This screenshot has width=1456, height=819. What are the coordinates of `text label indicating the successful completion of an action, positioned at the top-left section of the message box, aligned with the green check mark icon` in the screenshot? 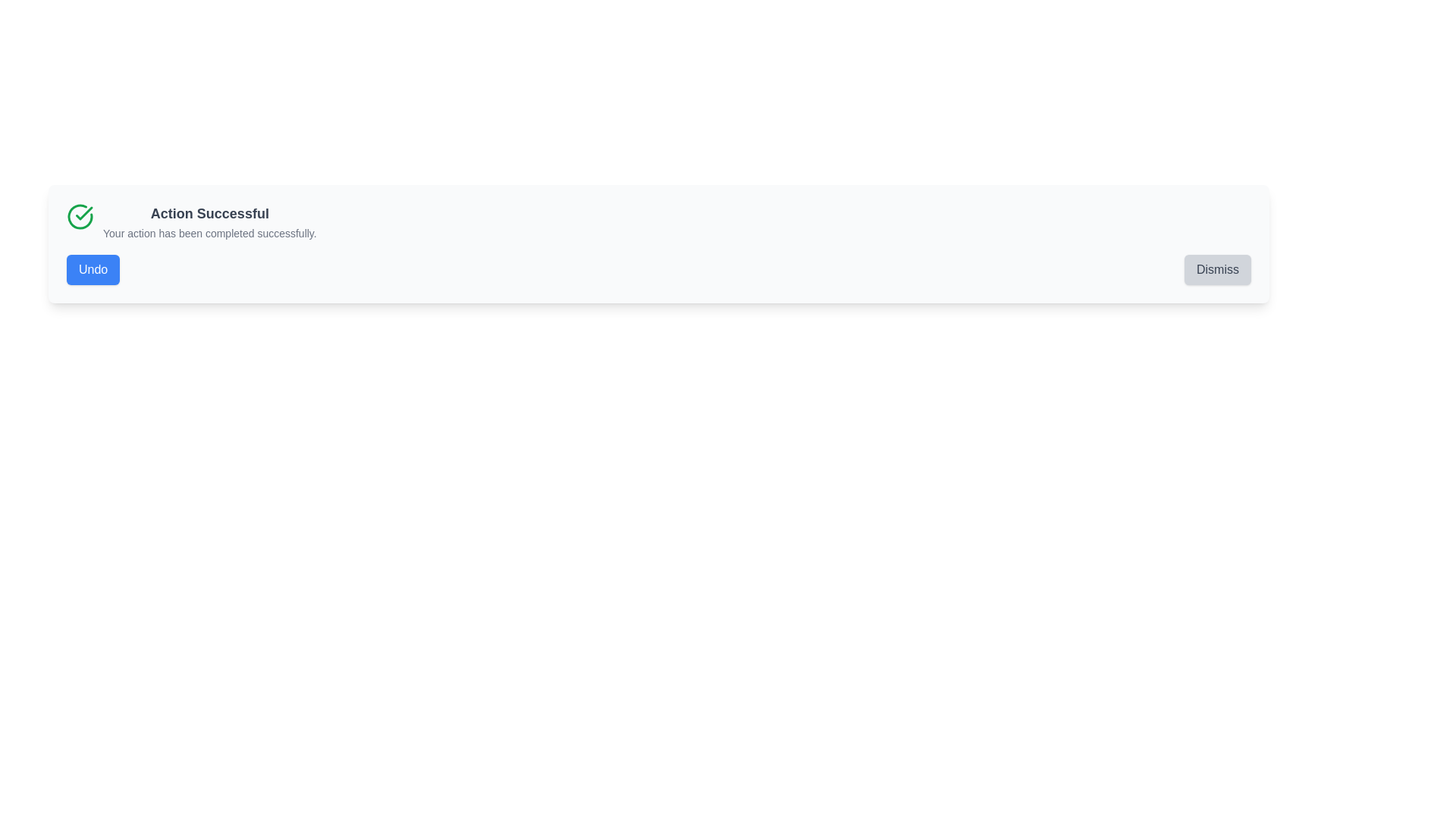 It's located at (209, 213).